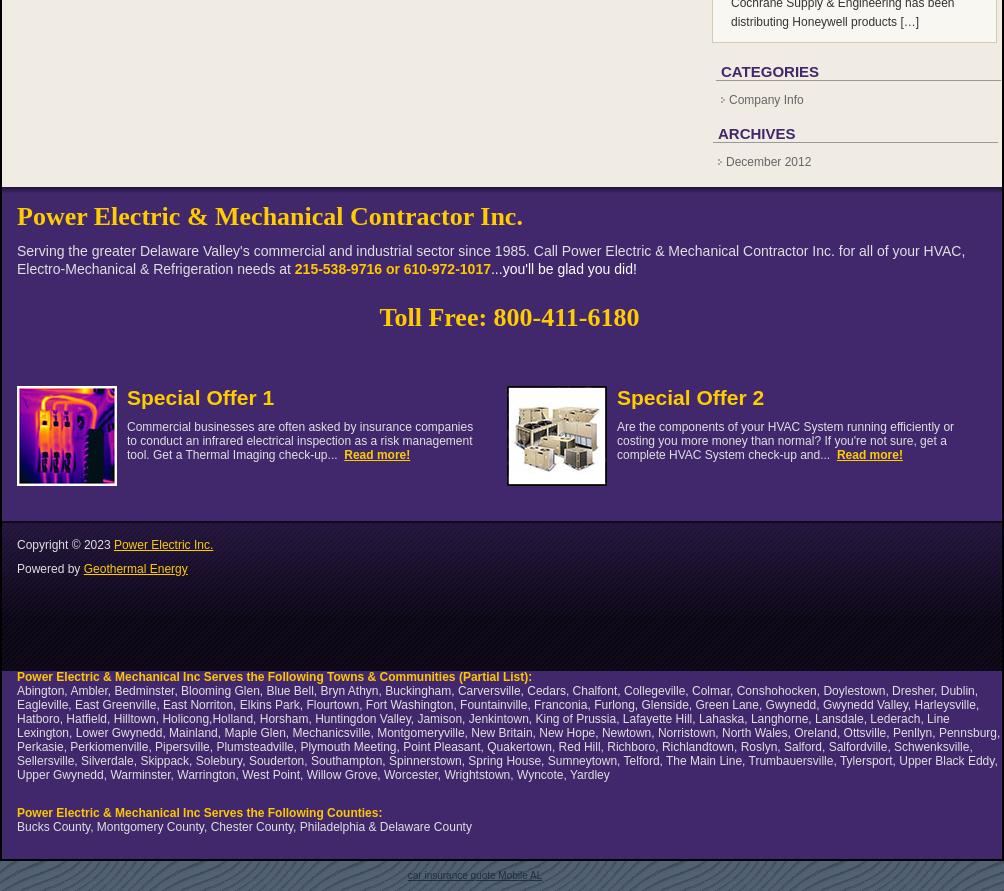 This screenshot has height=891, width=1004. Describe the element at coordinates (269, 216) in the screenshot. I see `'Power Electric & Mechanical Contractor Inc.'` at that location.